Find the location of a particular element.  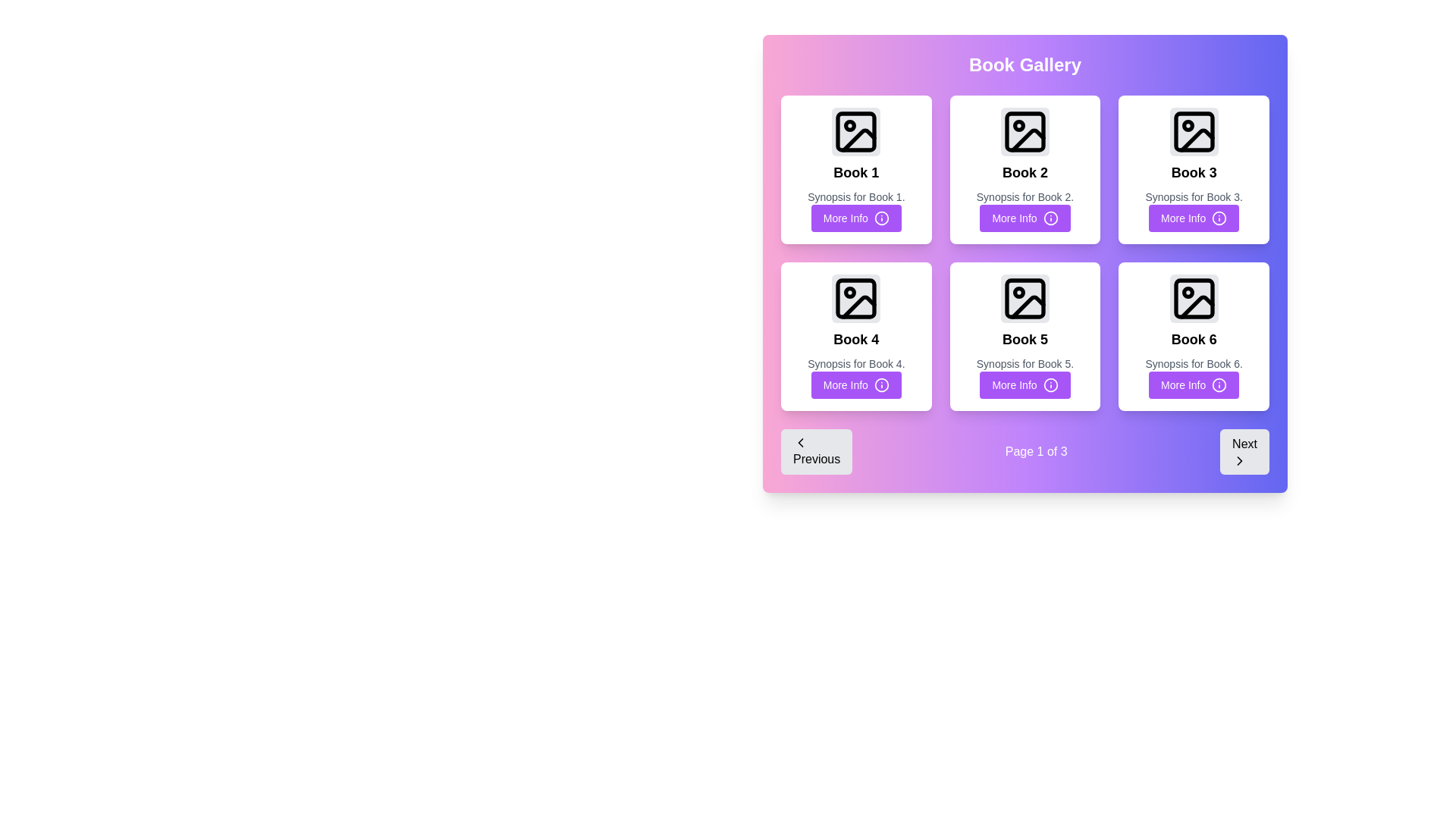

the icon representing the first book cover in the 'Book Gallery' section, positioned above the label 'Book 1' and its synopsis is located at coordinates (856, 130).